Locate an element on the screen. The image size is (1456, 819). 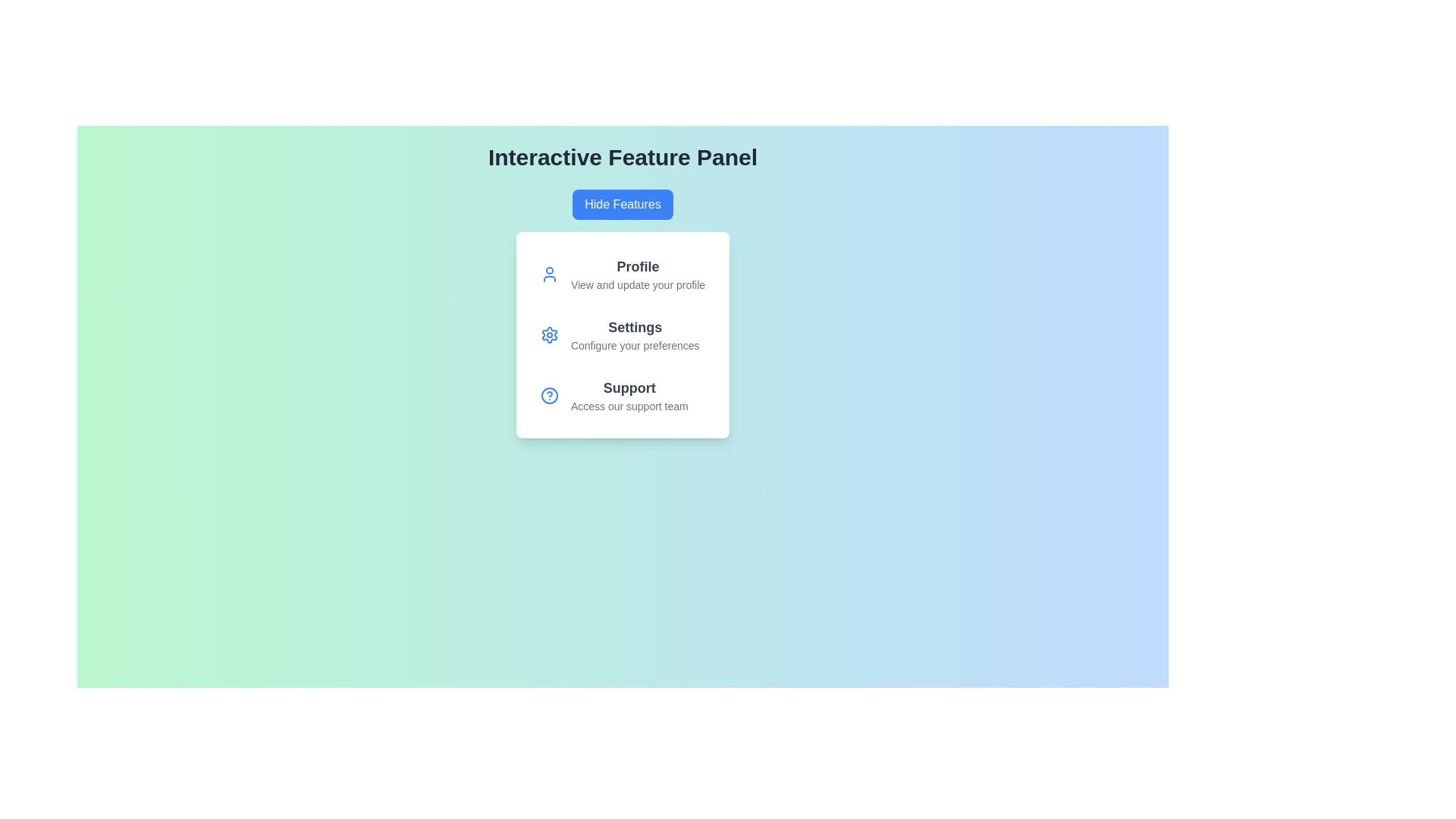
the 'Profile' item to access profile-related options is located at coordinates (637, 275).